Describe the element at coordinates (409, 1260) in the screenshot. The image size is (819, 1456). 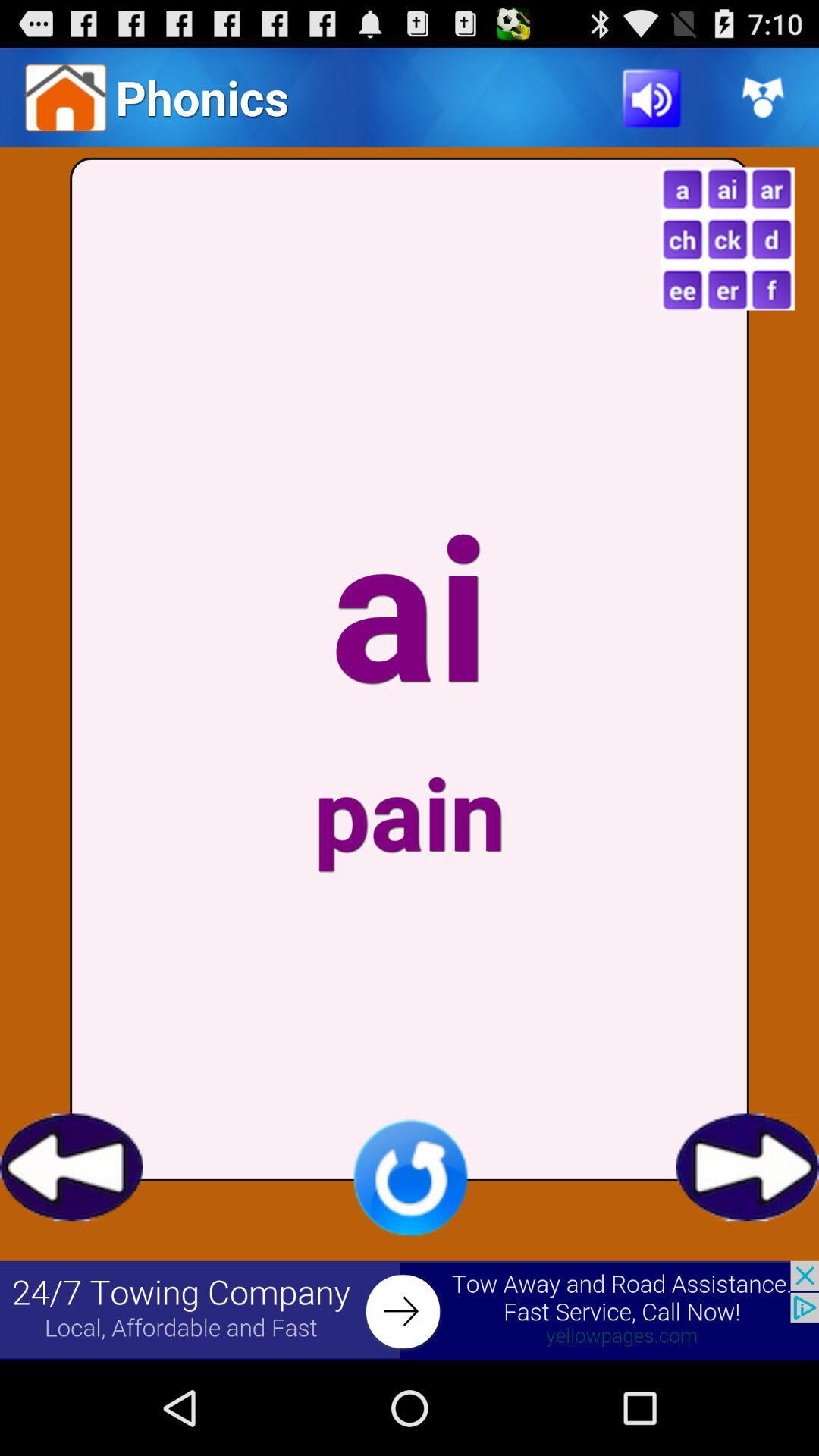
I see `the refresh icon` at that location.